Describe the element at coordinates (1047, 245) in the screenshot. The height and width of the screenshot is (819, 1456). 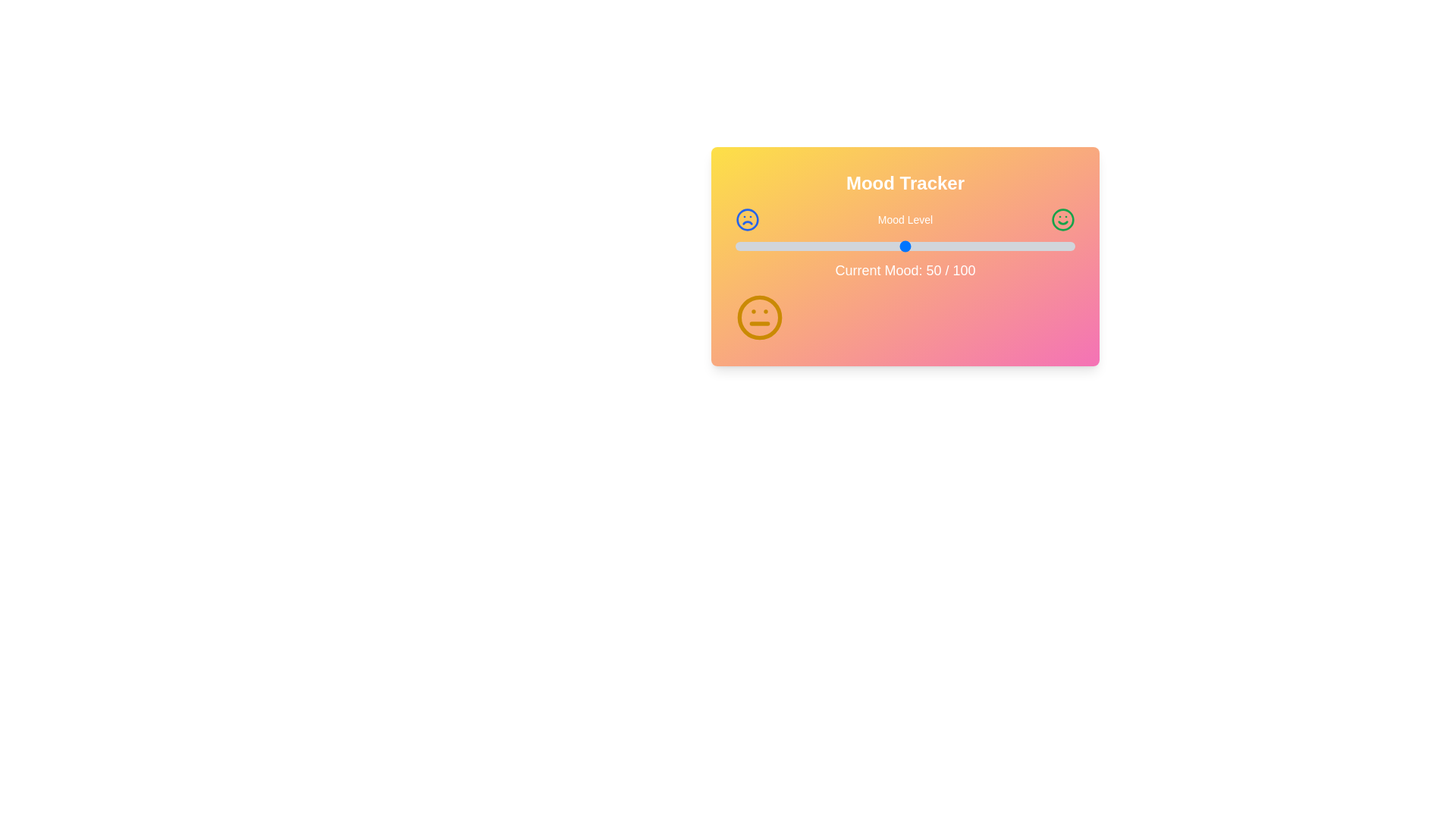
I see `the mood level slider to 92 where mood_level is a percentage between 0 and 100` at that location.